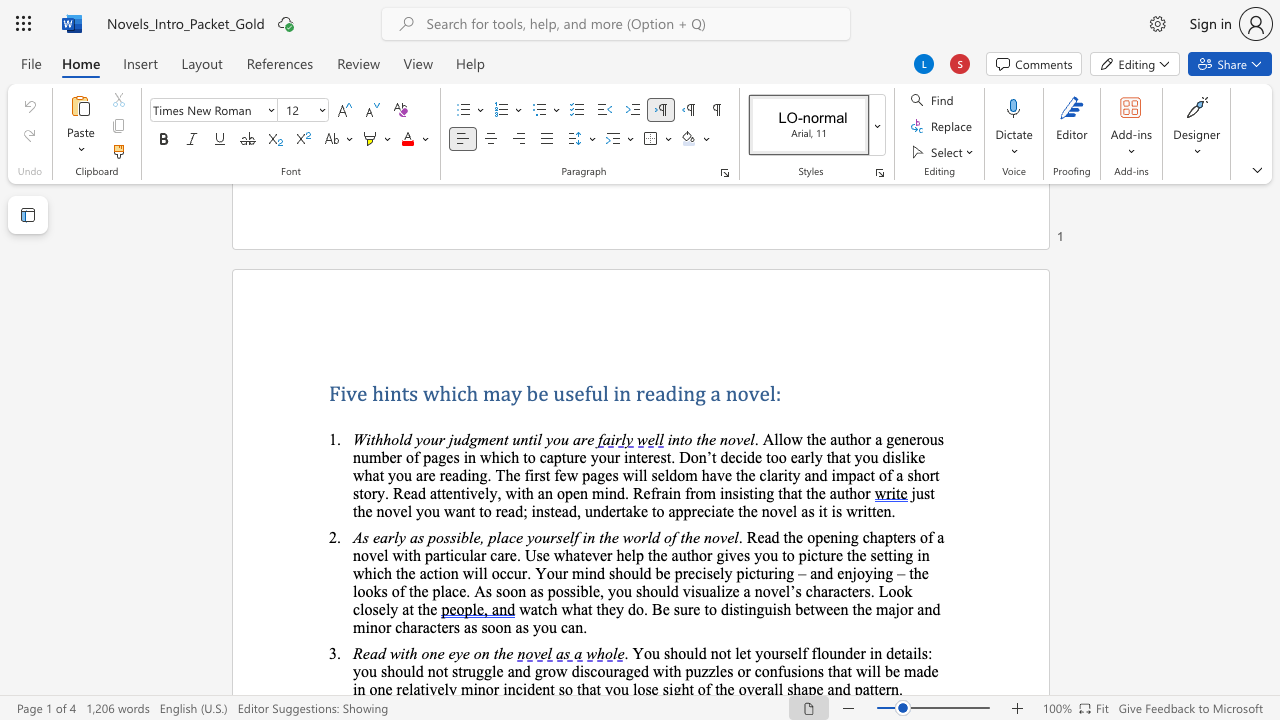  What do you see at coordinates (712, 438) in the screenshot?
I see `the 1th character "e" in the text` at bounding box center [712, 438].